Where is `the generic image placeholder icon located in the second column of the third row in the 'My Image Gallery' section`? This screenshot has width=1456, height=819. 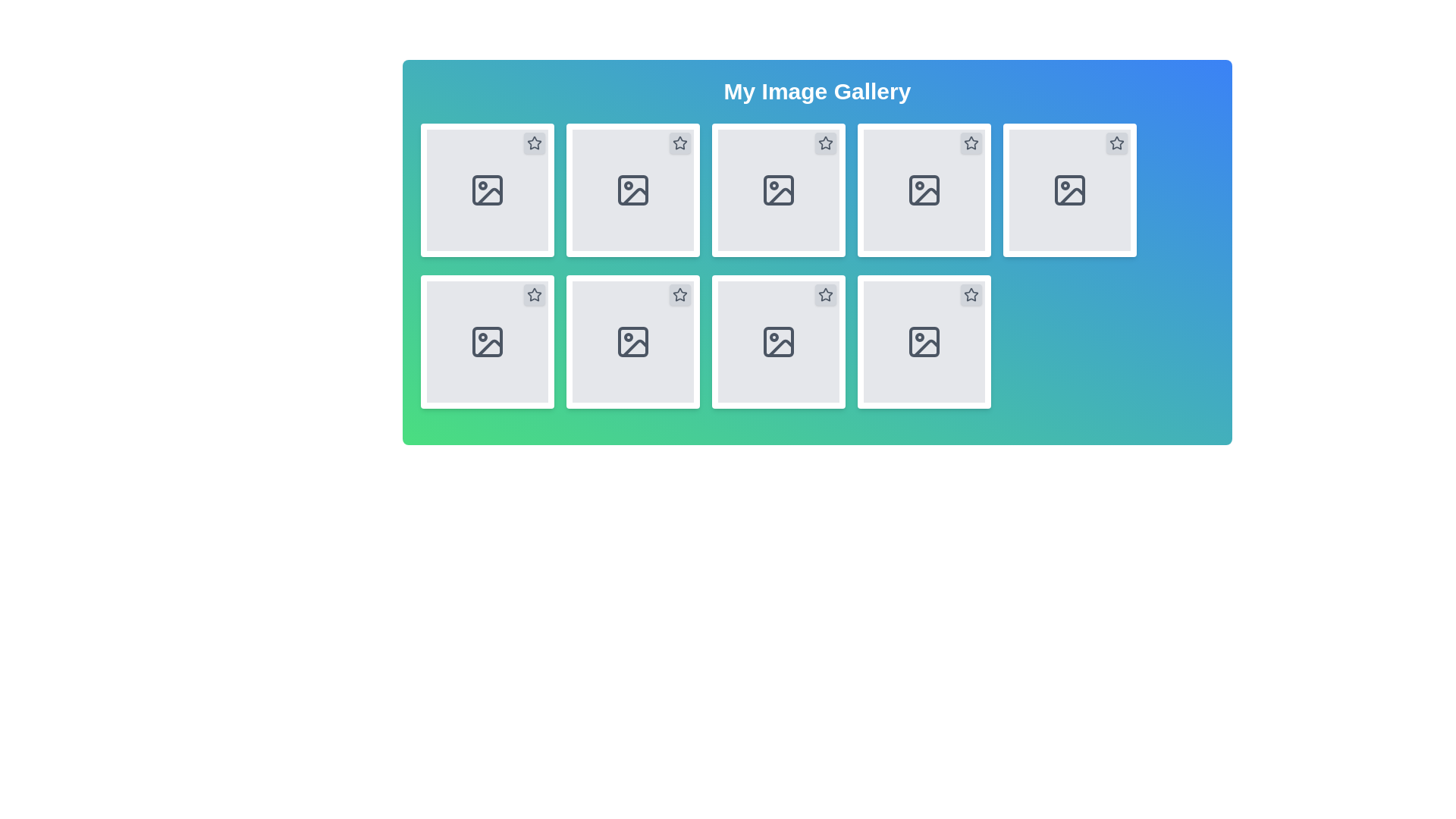 the generic image placeholder icon located in the second column of the third row in the 'My Image Gallery' section is located at coordinates (779, 342).